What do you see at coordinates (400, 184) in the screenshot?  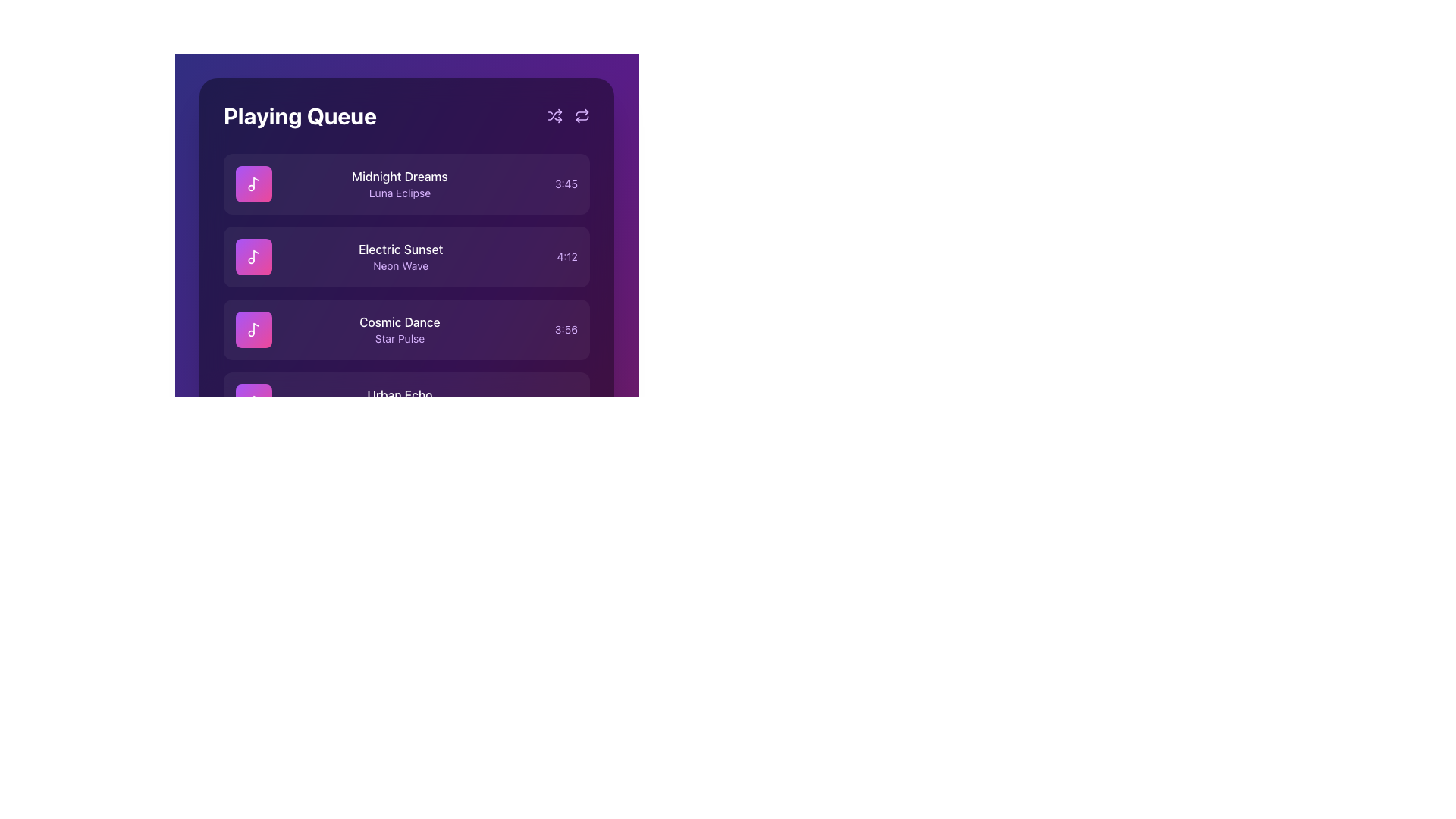 I see `text content displayed in the Text block for the song title 'Midnight Dreams' and its subtitle 'Luna Eclipse' located in the first song entry of the Playing Queue interface` at bounding box center [400, 184].